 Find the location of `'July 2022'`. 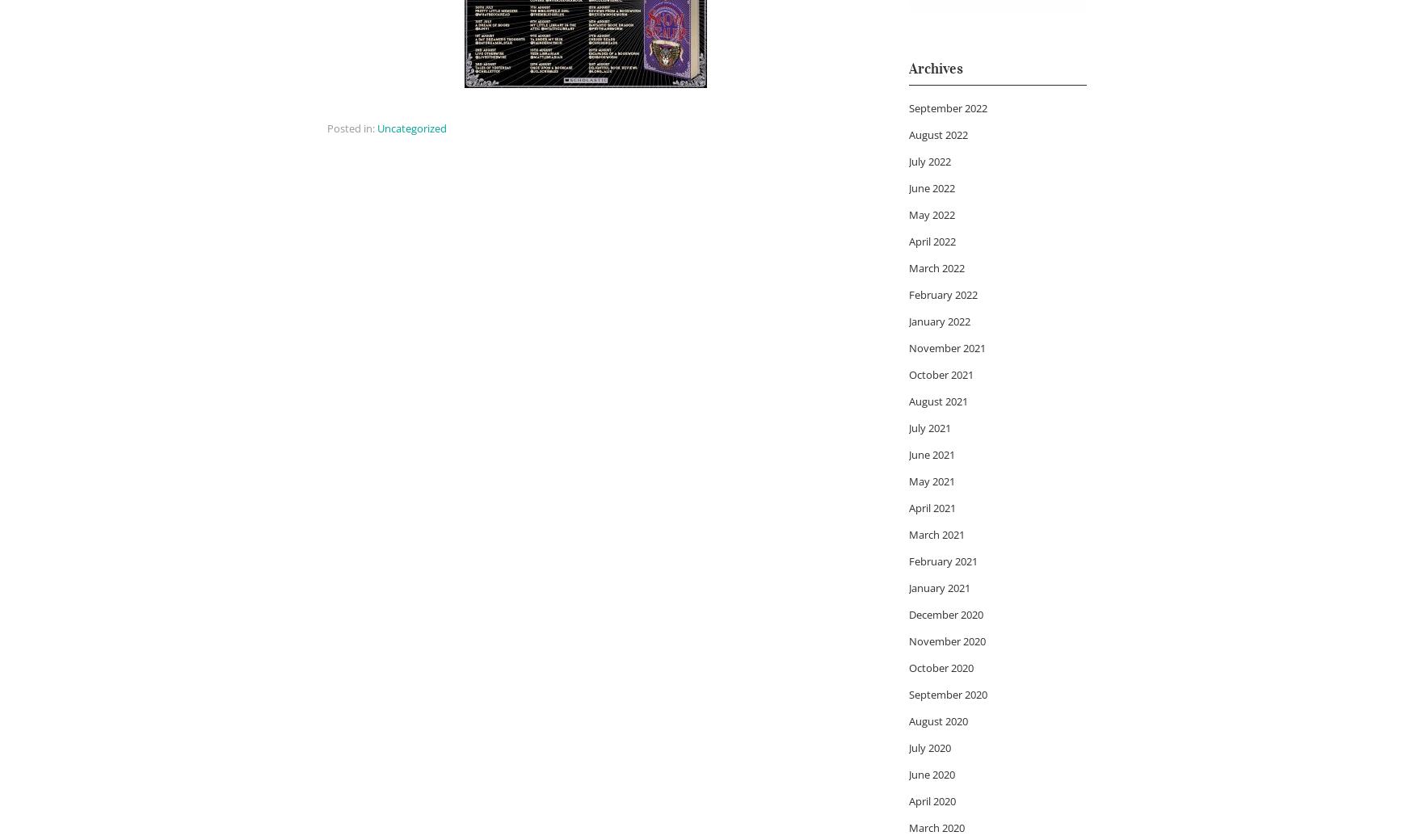

'July 2022' is located at coordinates (928, 160).